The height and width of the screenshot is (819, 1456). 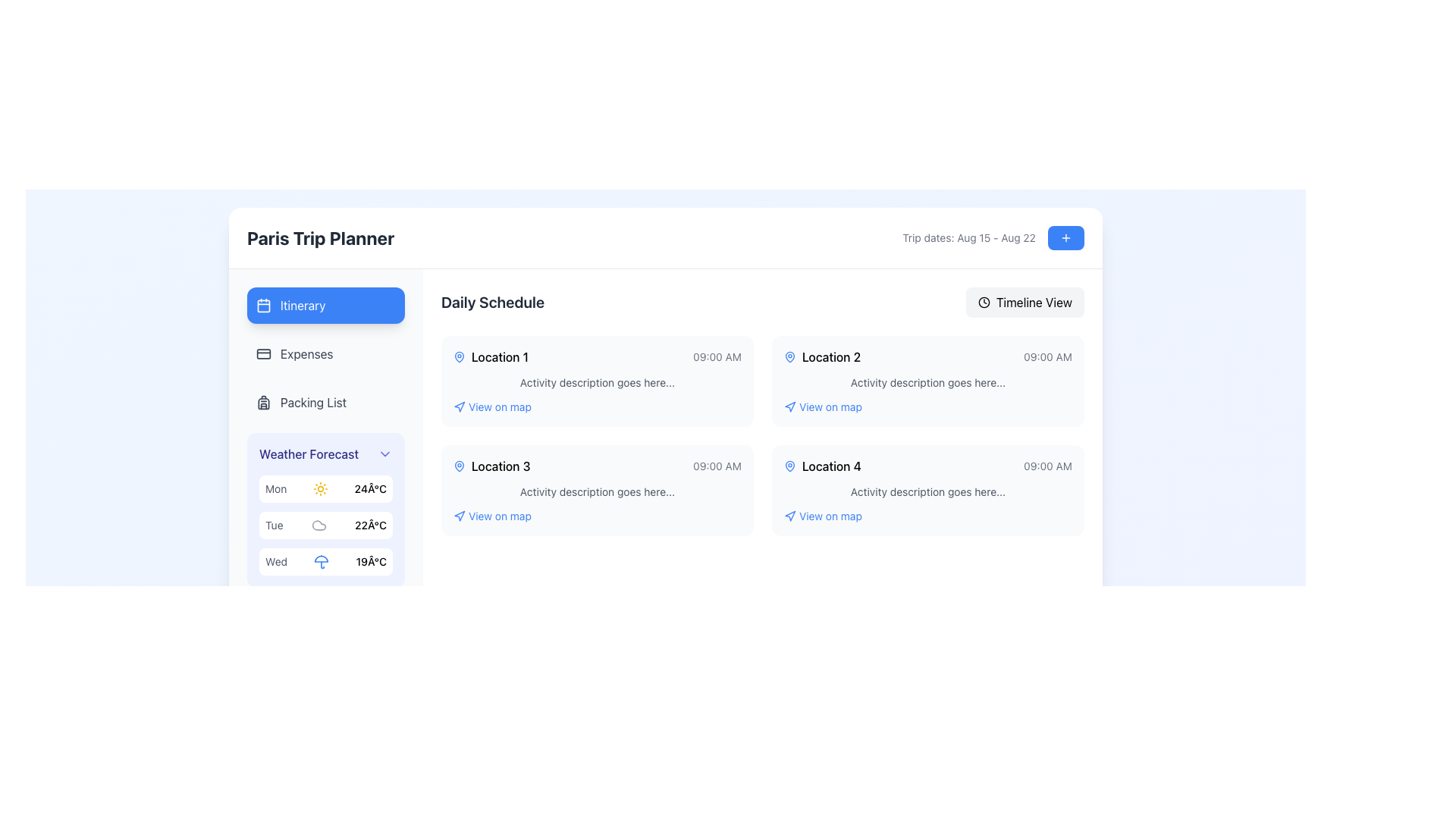 I want to click on the Text label displaying '24°C' in the weather forecast section, located under 'Mon' and to the right of the sun icon, so click(x=370, y=488).